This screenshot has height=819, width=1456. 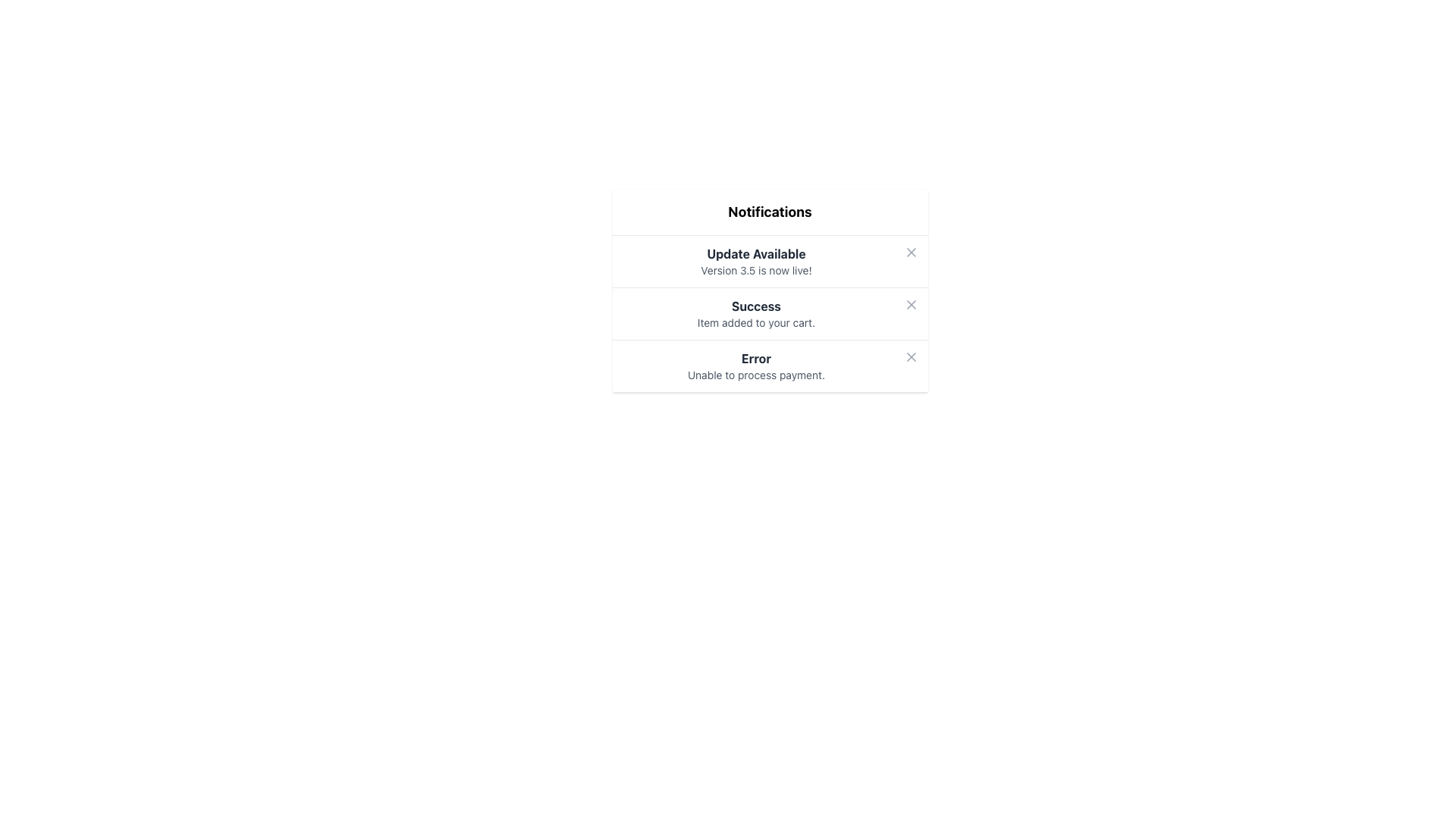 What do you see at coordinates (756, 260) in the screenshot?
I see `the notification message displaying 'Update Available' in bold with the message 'Version 3.5 is now live!'` at bounding box center [756, 260].